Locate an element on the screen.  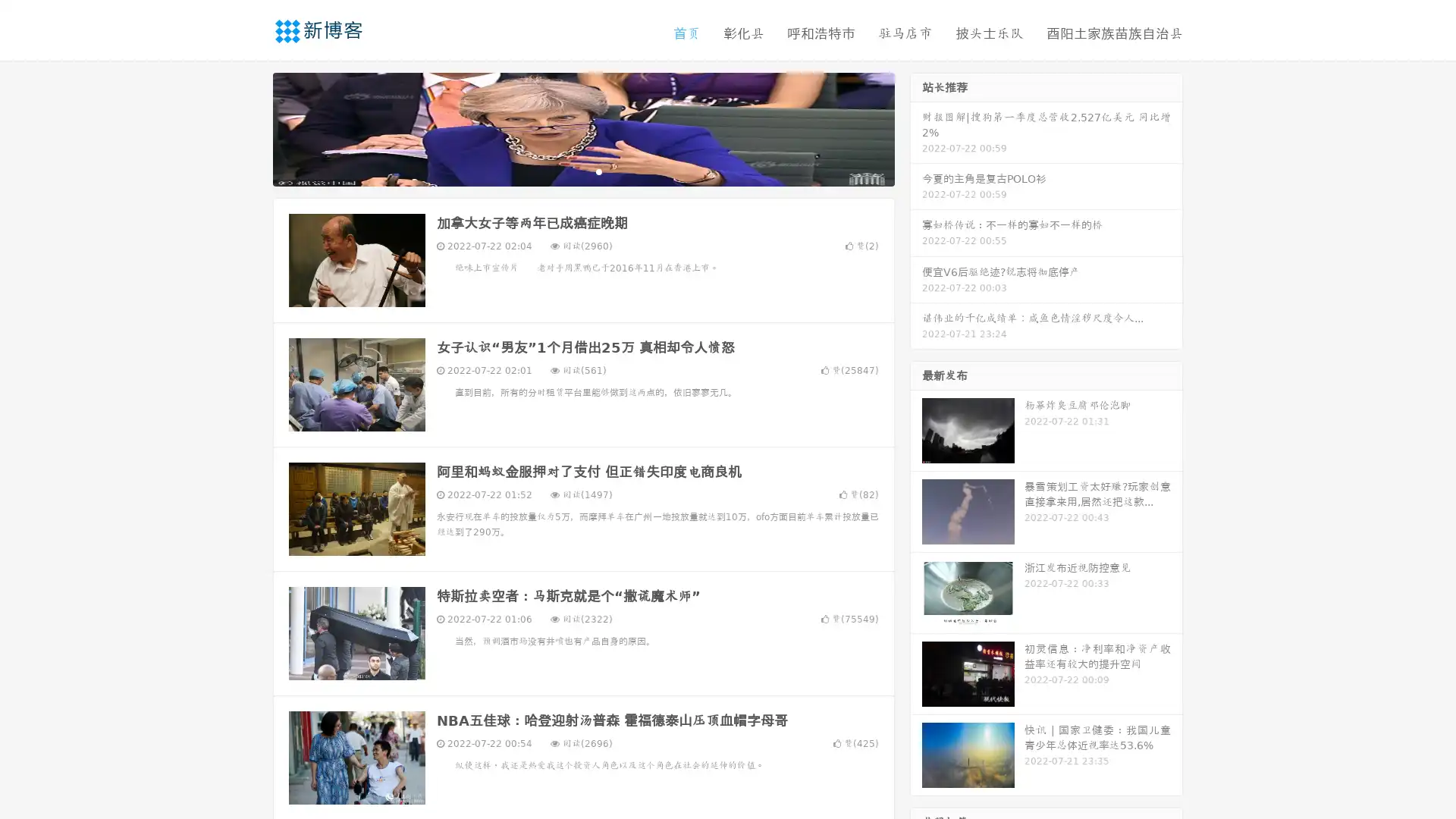
Go to slide 3 is located at coordinates (598, 171).